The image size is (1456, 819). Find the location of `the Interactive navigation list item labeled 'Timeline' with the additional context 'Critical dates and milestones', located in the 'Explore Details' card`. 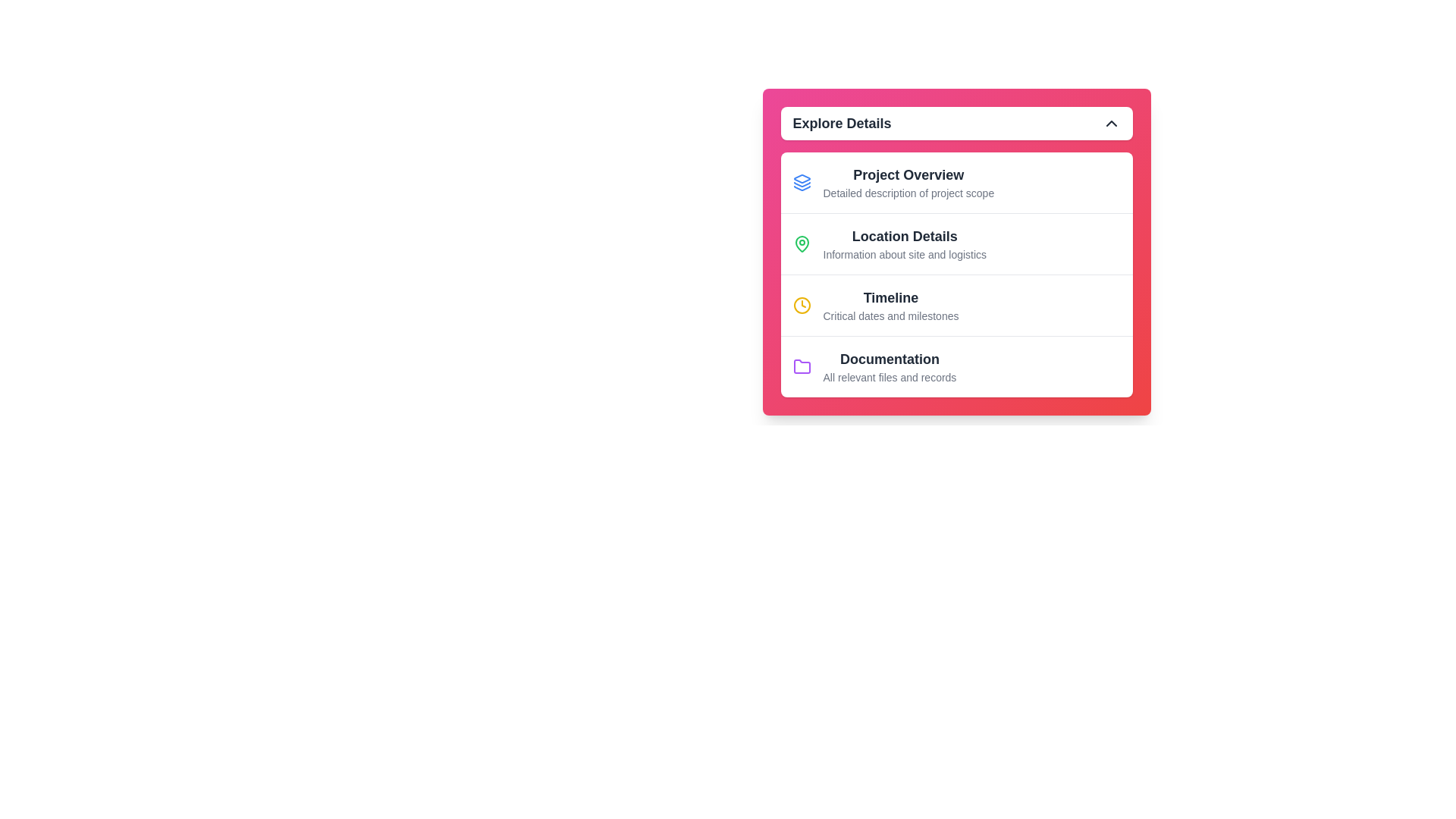

the Interactive navigation list item labeled 'Timeline' with the additional context 'Critical dates and milestones', located in the 'Explore Details' card is located at coordinates (891, 305).